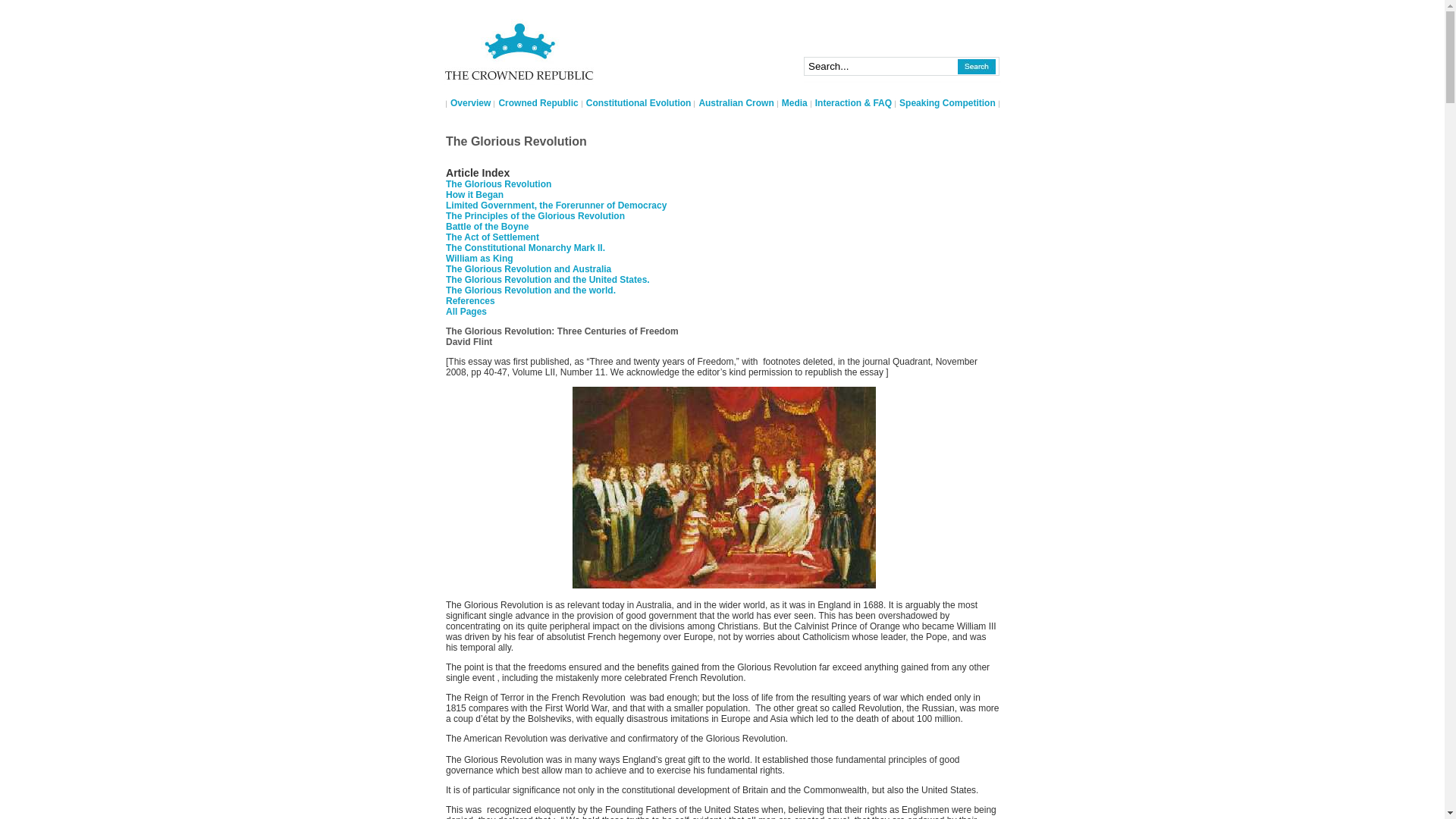  Describe the element at coordinates (492, 237) in the screenshot. I see `'The Act of Settlement'` at that location.